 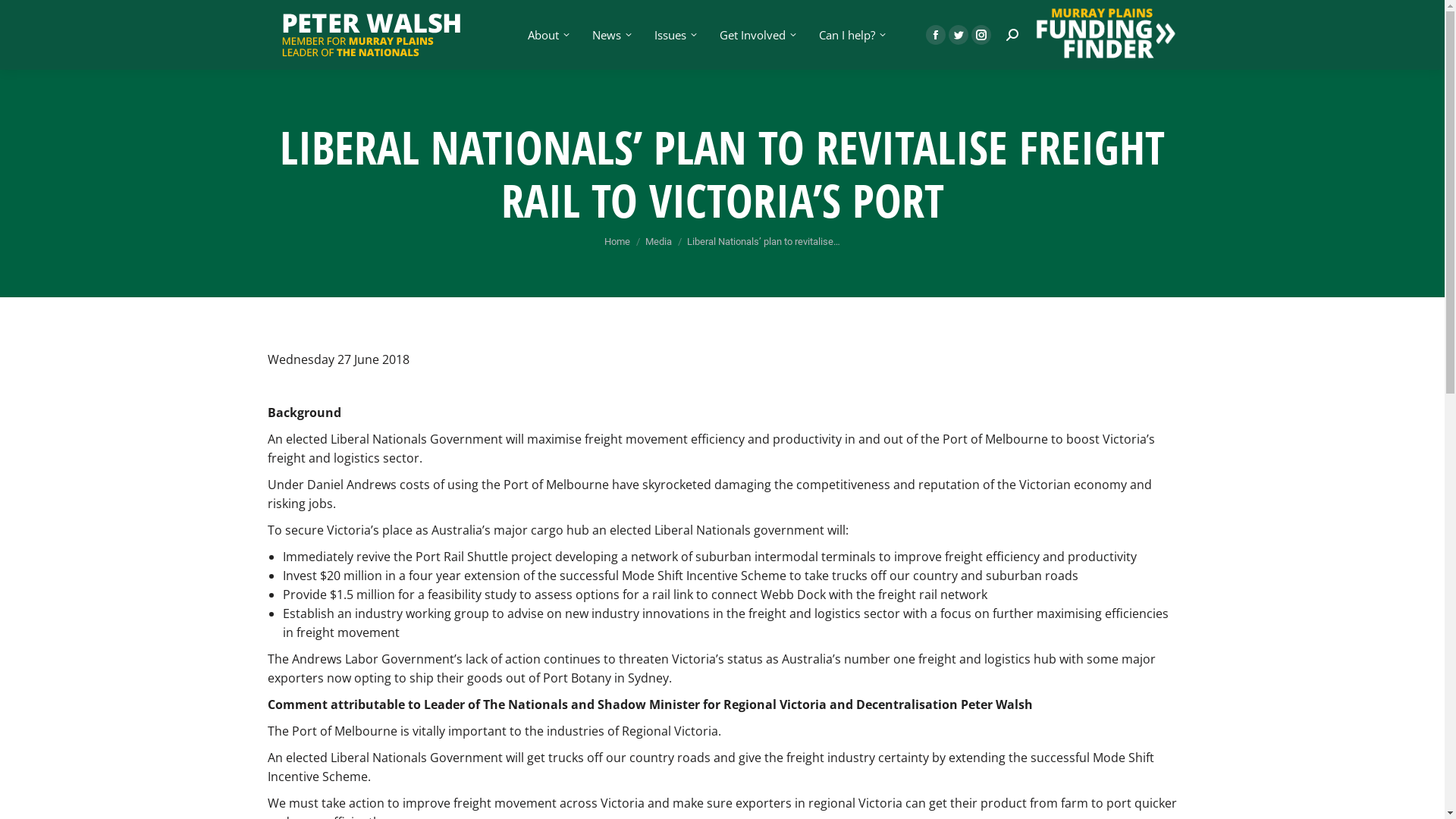 I want to click on 'About', so click(x=546, y=34).